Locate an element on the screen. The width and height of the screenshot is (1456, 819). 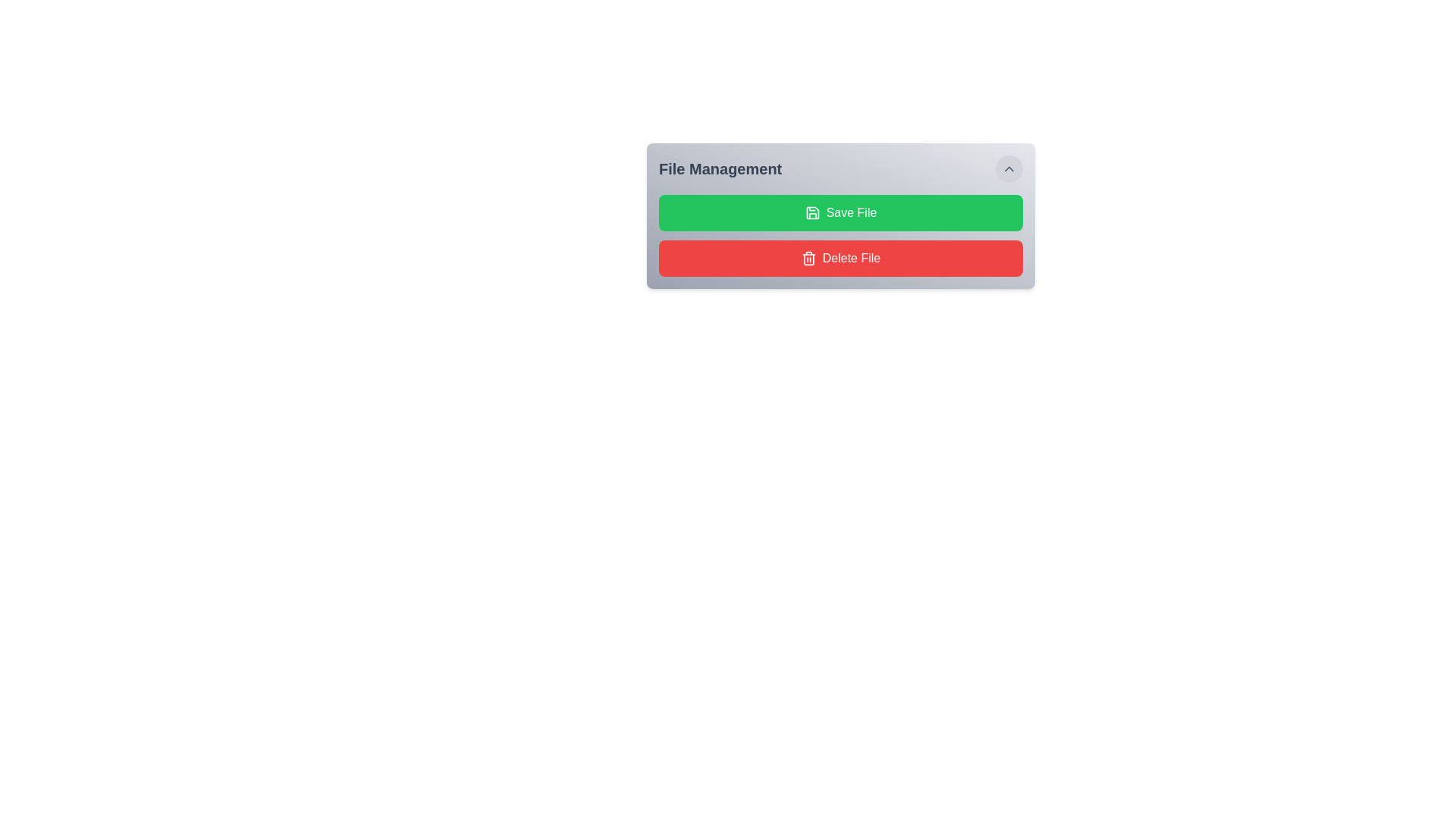
the red button labeled 'Delete File' to observe the hover effect is located at coordinates (839, 257).